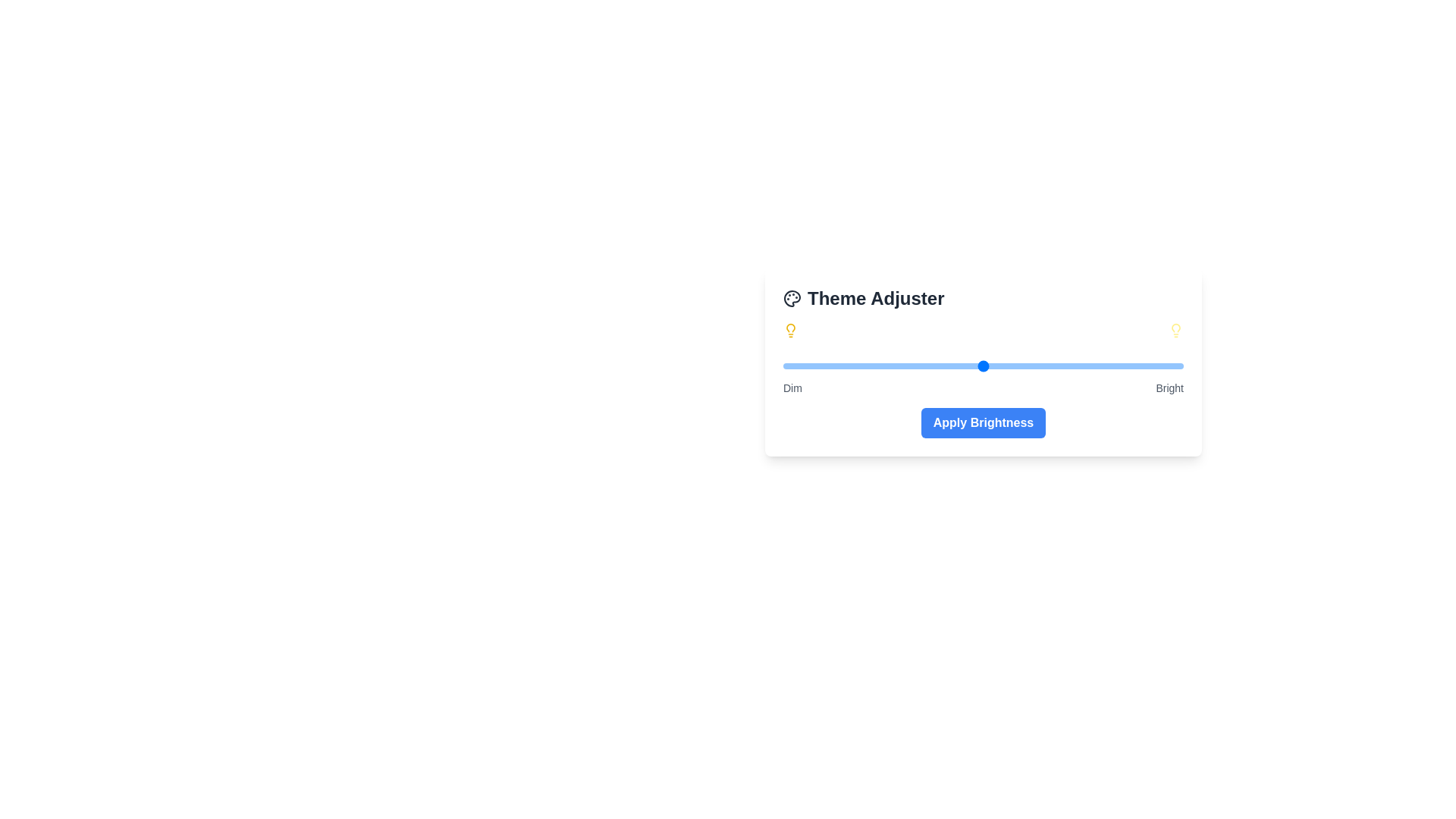 This screenshot has height=819, width=1456. Describe the element at coordinates (938, 366) in the screenshot. I see `the brightness slider to 39%` at that location.